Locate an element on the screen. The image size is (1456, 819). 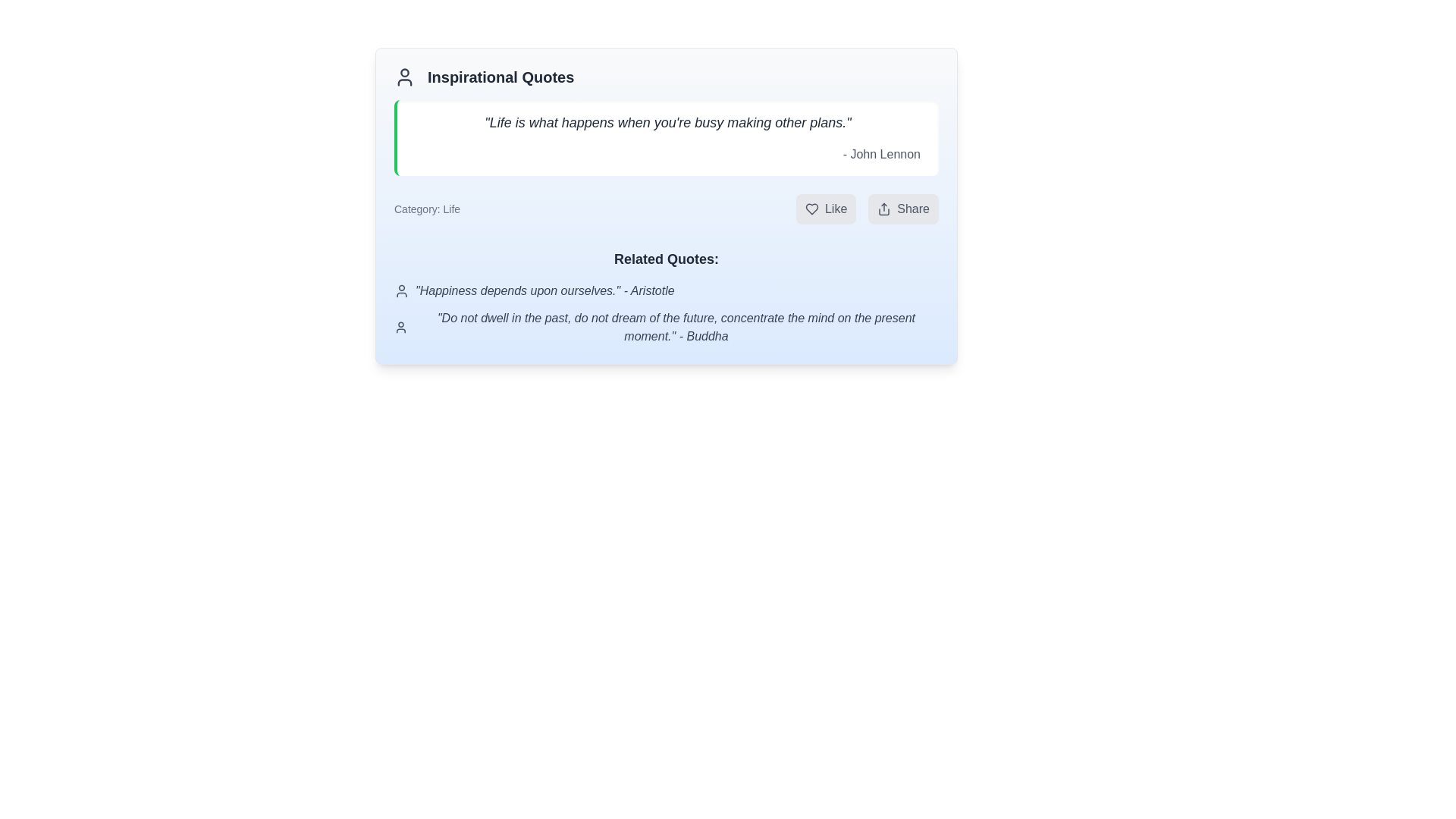
the heart-shaped icon located on the right side of the main content area beneath the quote text is located at coordinates (811, 209).